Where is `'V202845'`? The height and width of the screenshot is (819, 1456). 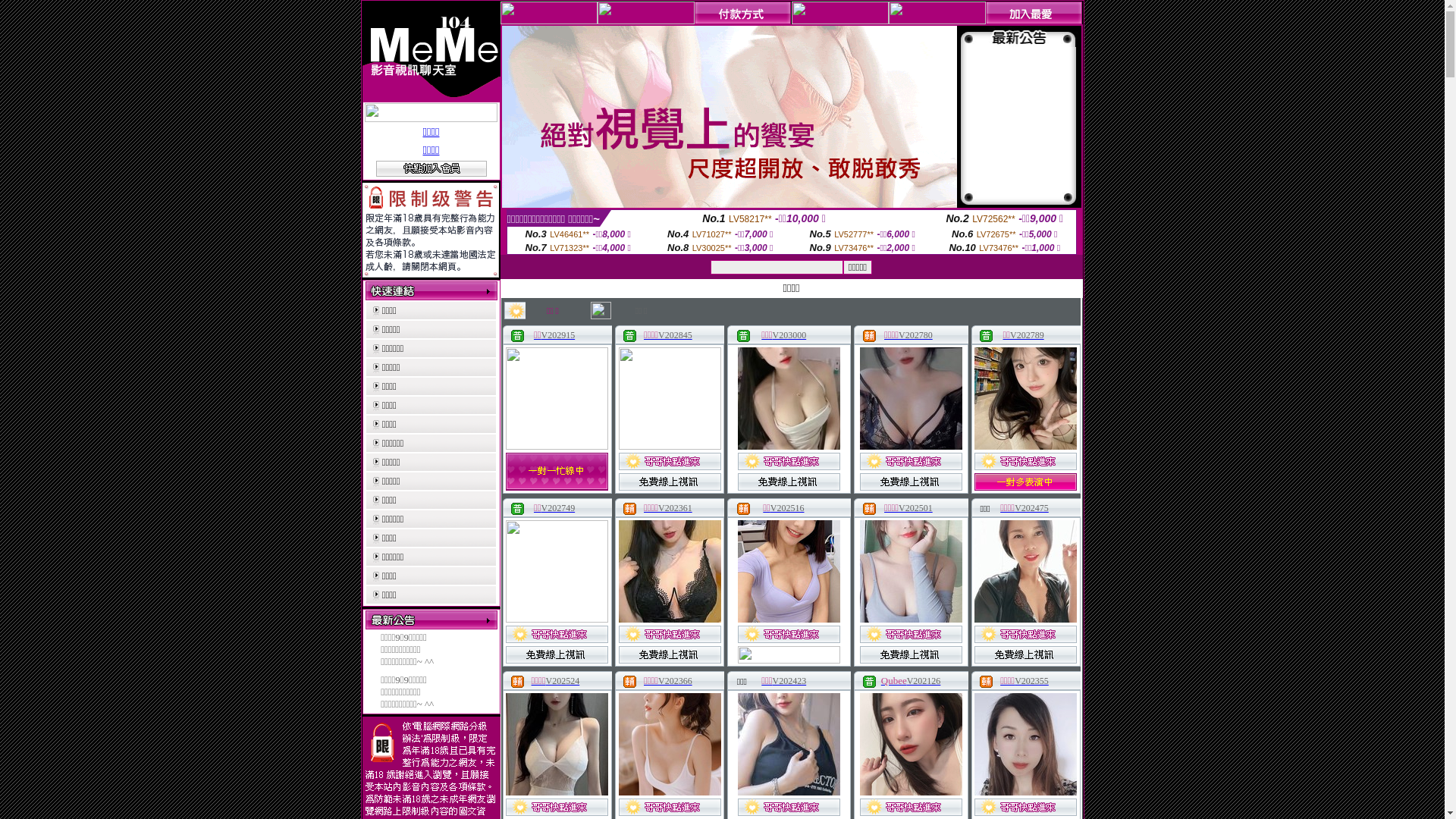 'V202845' is located at coordinates (658, 334).